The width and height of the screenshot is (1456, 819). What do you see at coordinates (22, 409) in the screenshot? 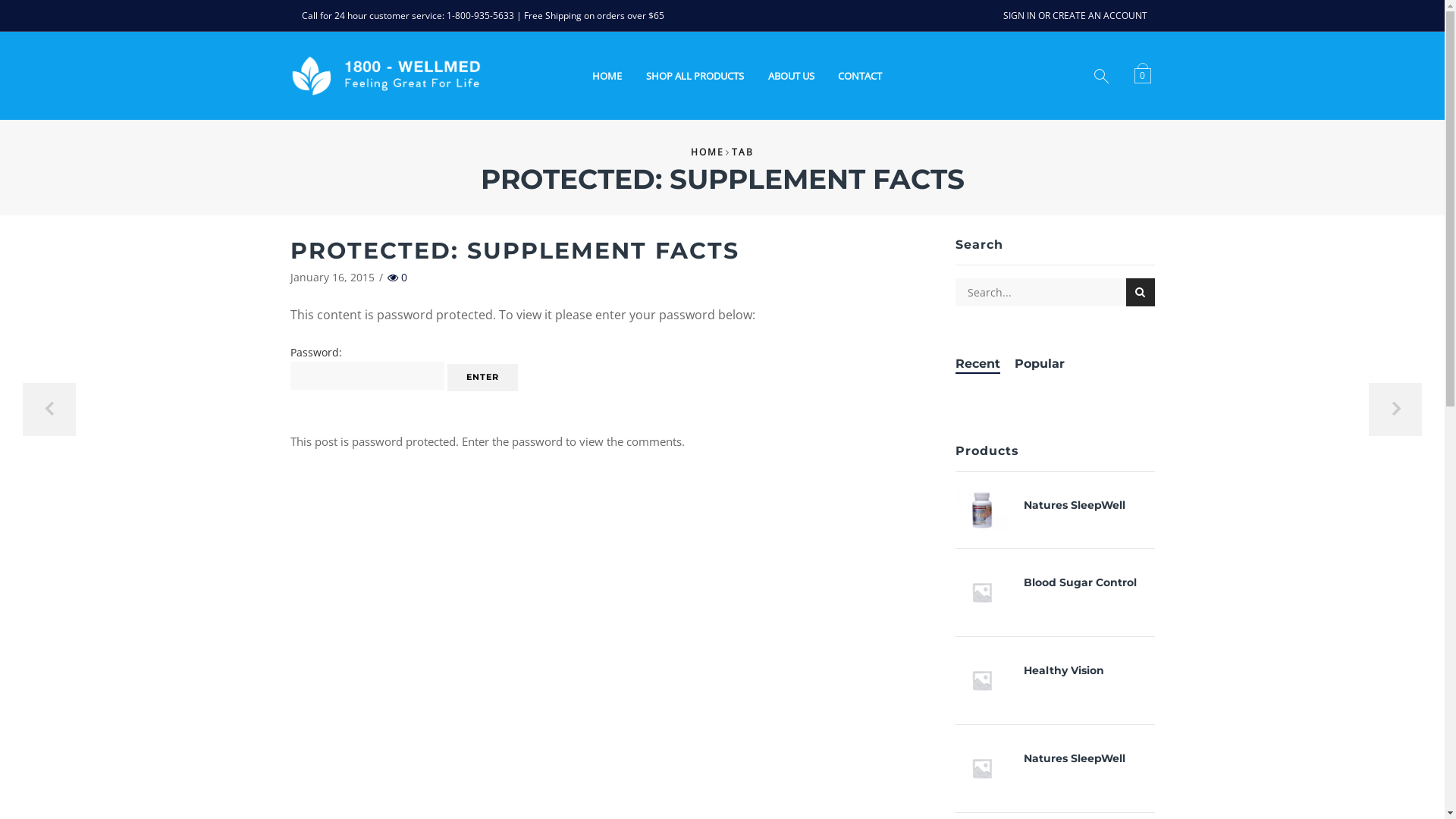
I see `'PREVIOUS'` at bounding box center [22, 409].